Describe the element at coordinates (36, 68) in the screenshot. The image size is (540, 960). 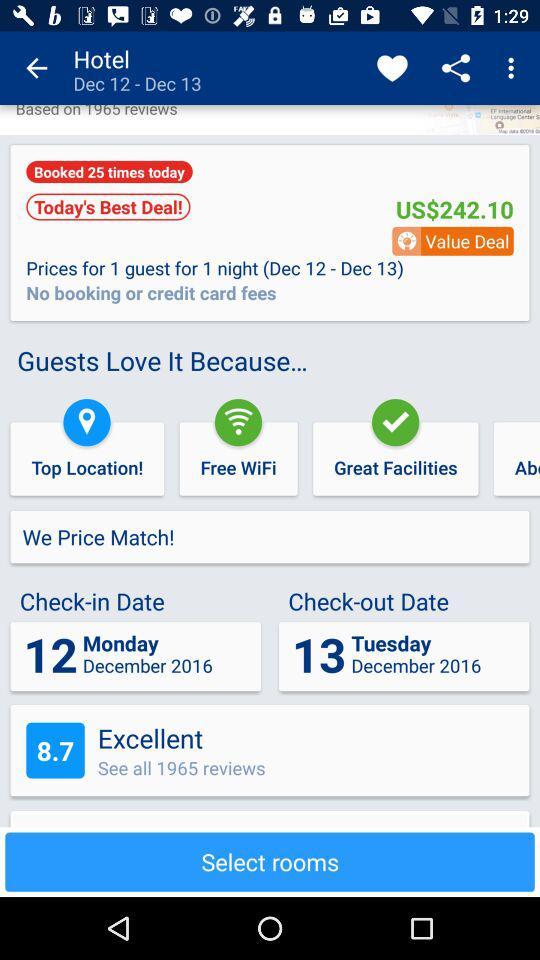
I see `icon to the left of the hotel dec 12 app` at that location.